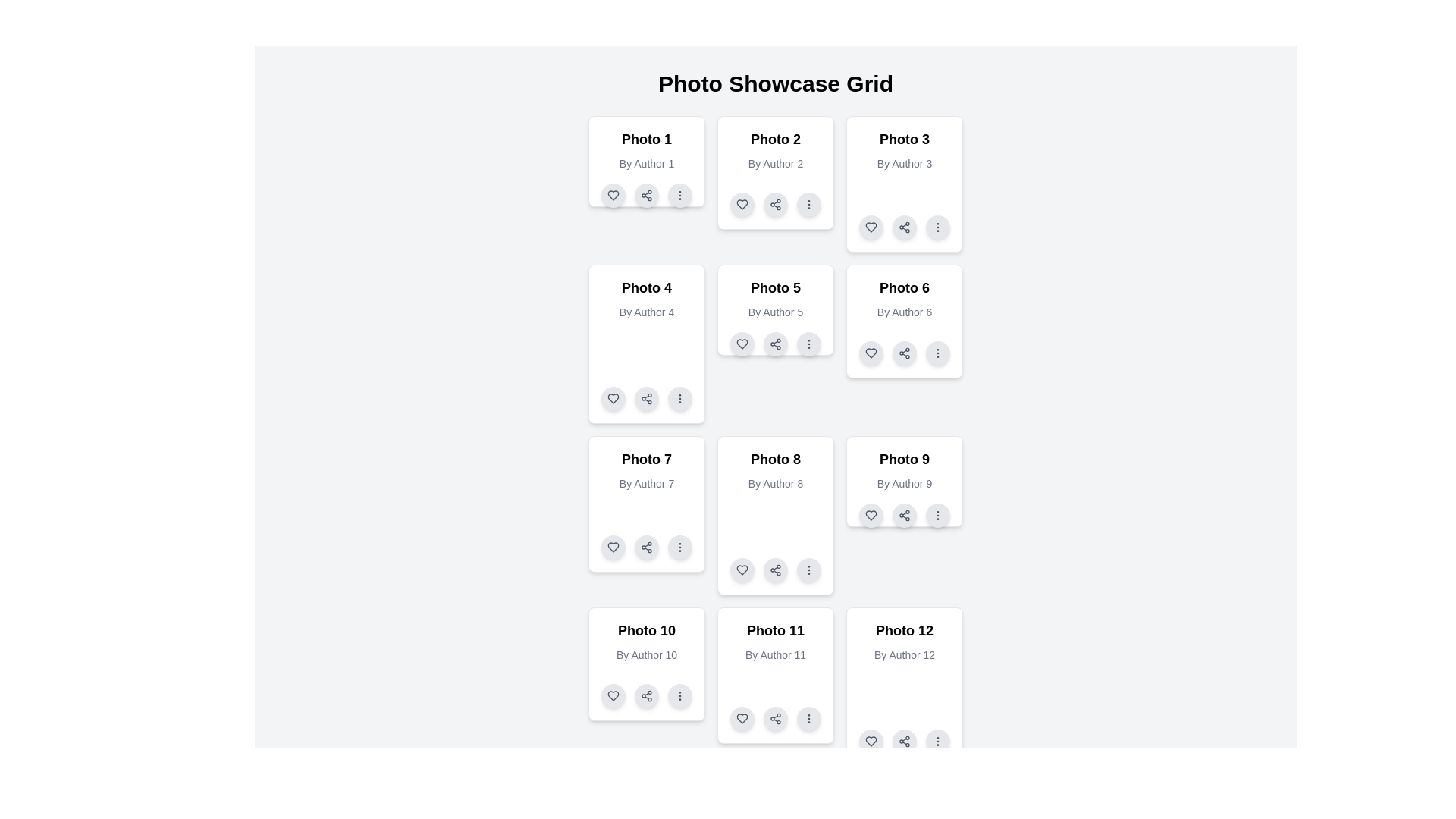 Image resolution: width=1456 pixels, height=819 pixels. Describe the element at coordinates (905, 631) in the screenshot. I see `the Text label displaying 'Photo 12', which is styled with black bold text and is located within a card that features the text 'By Author 12' below it` at that location.